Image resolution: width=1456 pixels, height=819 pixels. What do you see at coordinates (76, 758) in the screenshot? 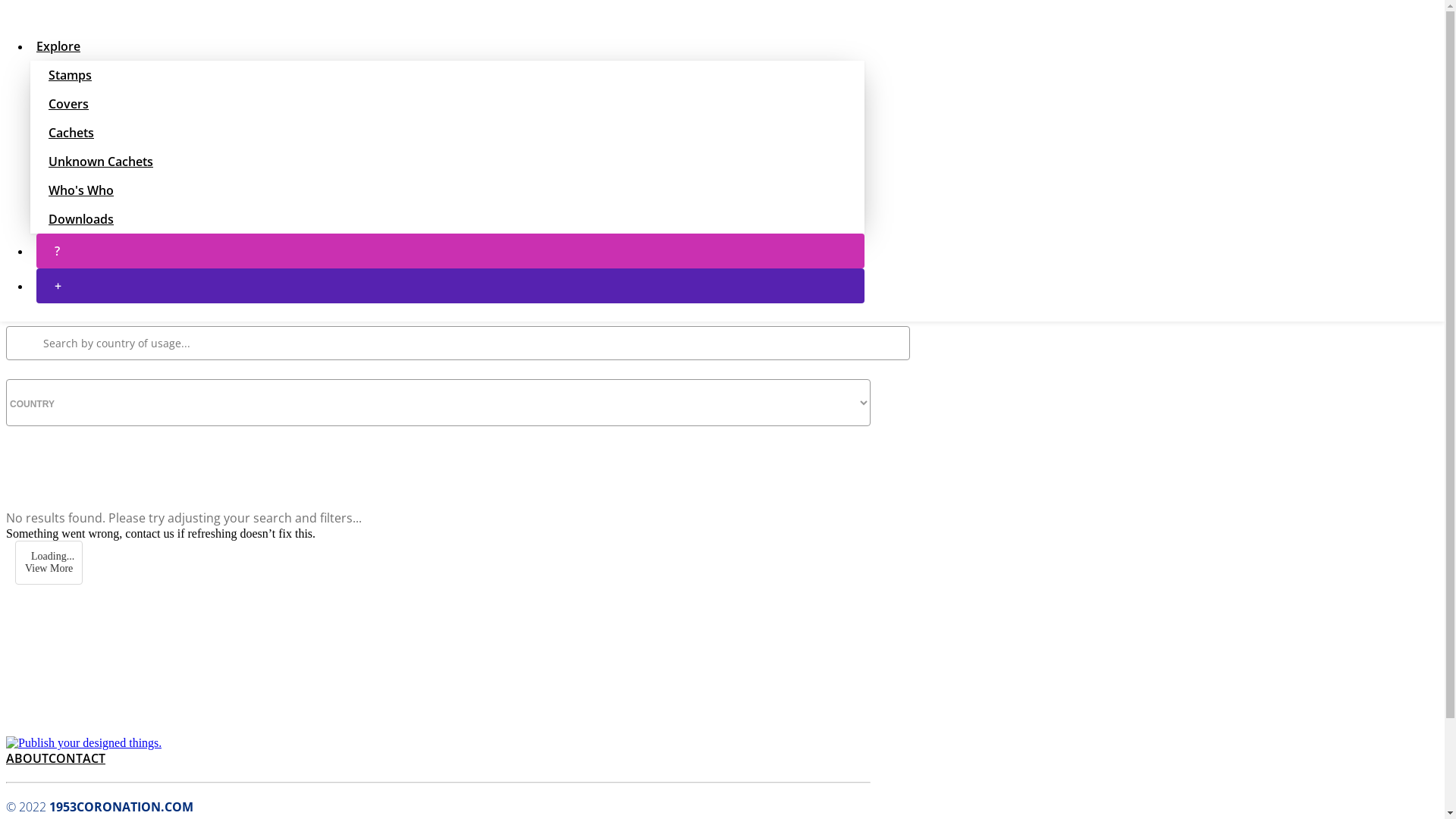
I see `'CONTACT'` at bounding box center [76, 758].